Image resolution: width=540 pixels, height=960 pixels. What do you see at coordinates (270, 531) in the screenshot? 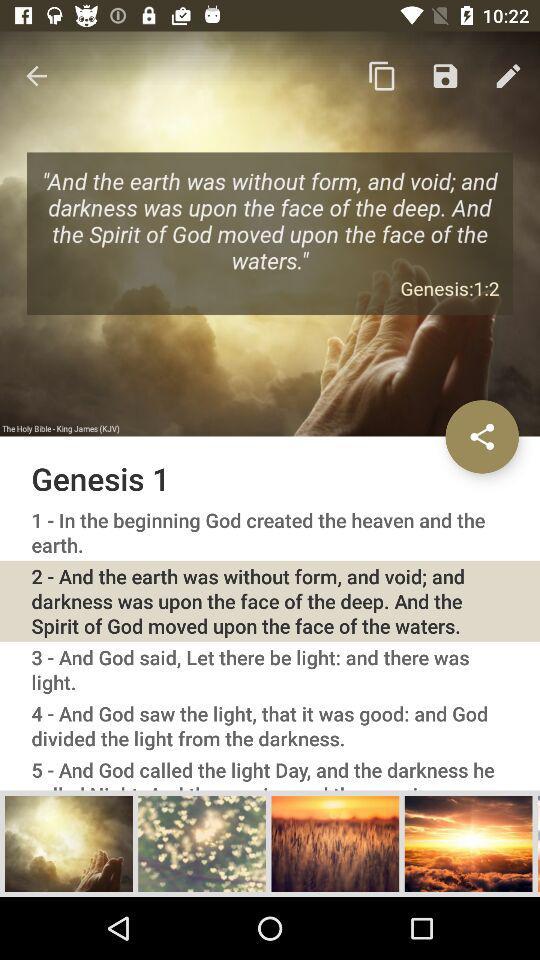
I see `the icon below genesis 1` at bounding box center [270, 531].